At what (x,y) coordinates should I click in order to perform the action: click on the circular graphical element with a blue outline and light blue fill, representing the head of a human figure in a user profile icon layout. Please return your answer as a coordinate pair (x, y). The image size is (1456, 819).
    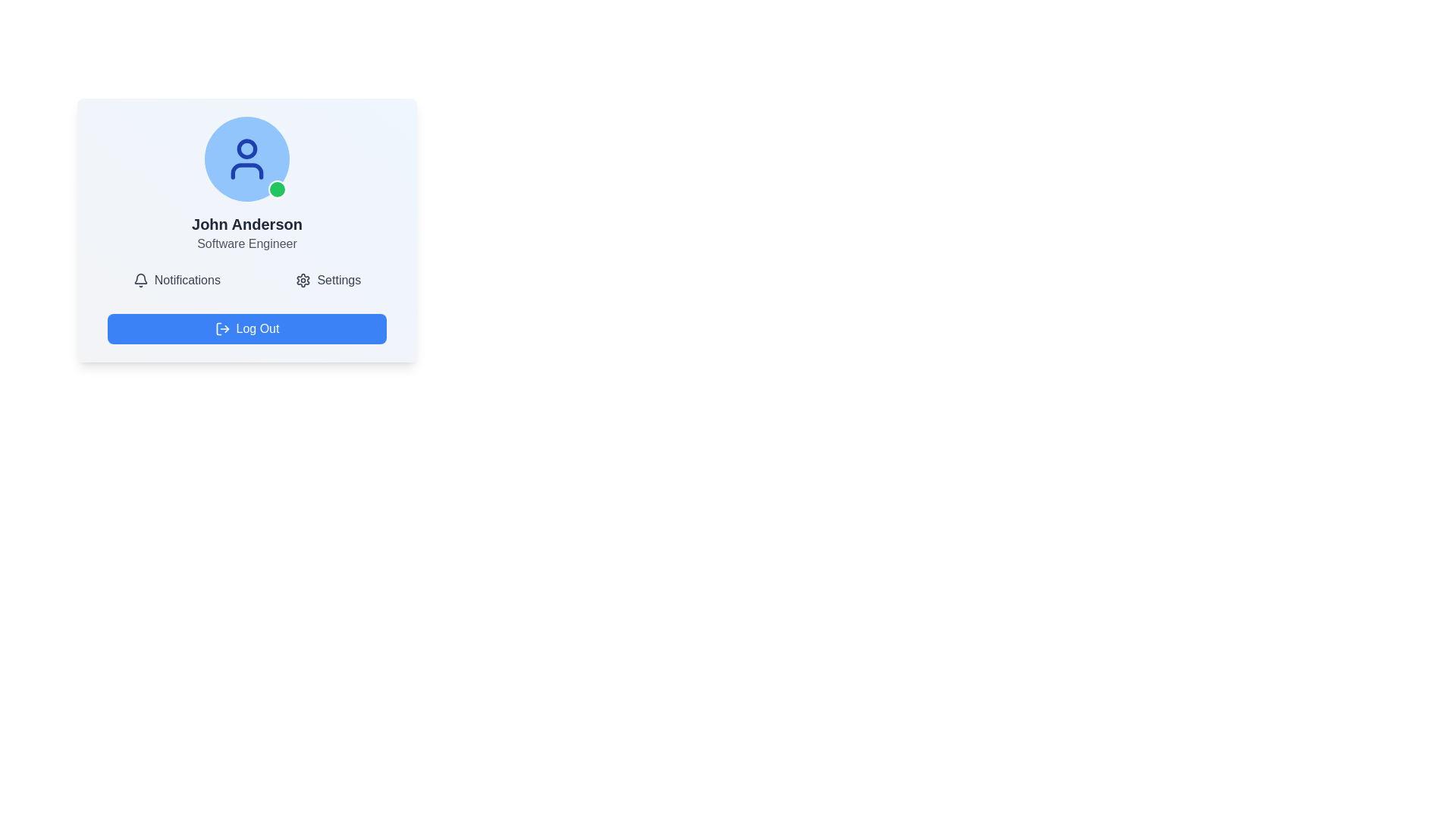
    Looking at the image, I should click on (247, 149).